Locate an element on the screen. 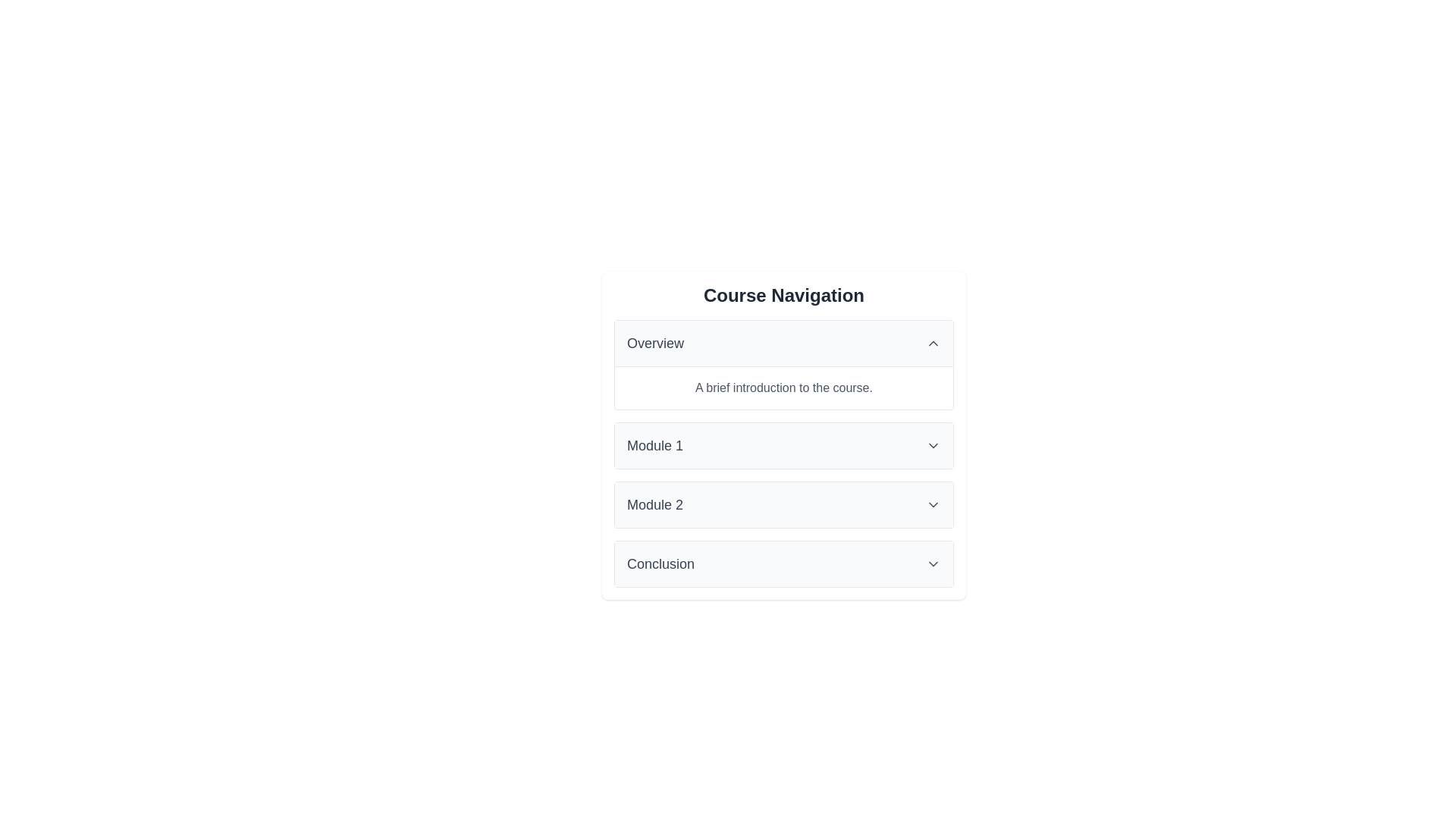 This screenshot has height=819, width=1456. the 'Module 2' dropdown button with a light gray background is located at coordinates (783, 505).